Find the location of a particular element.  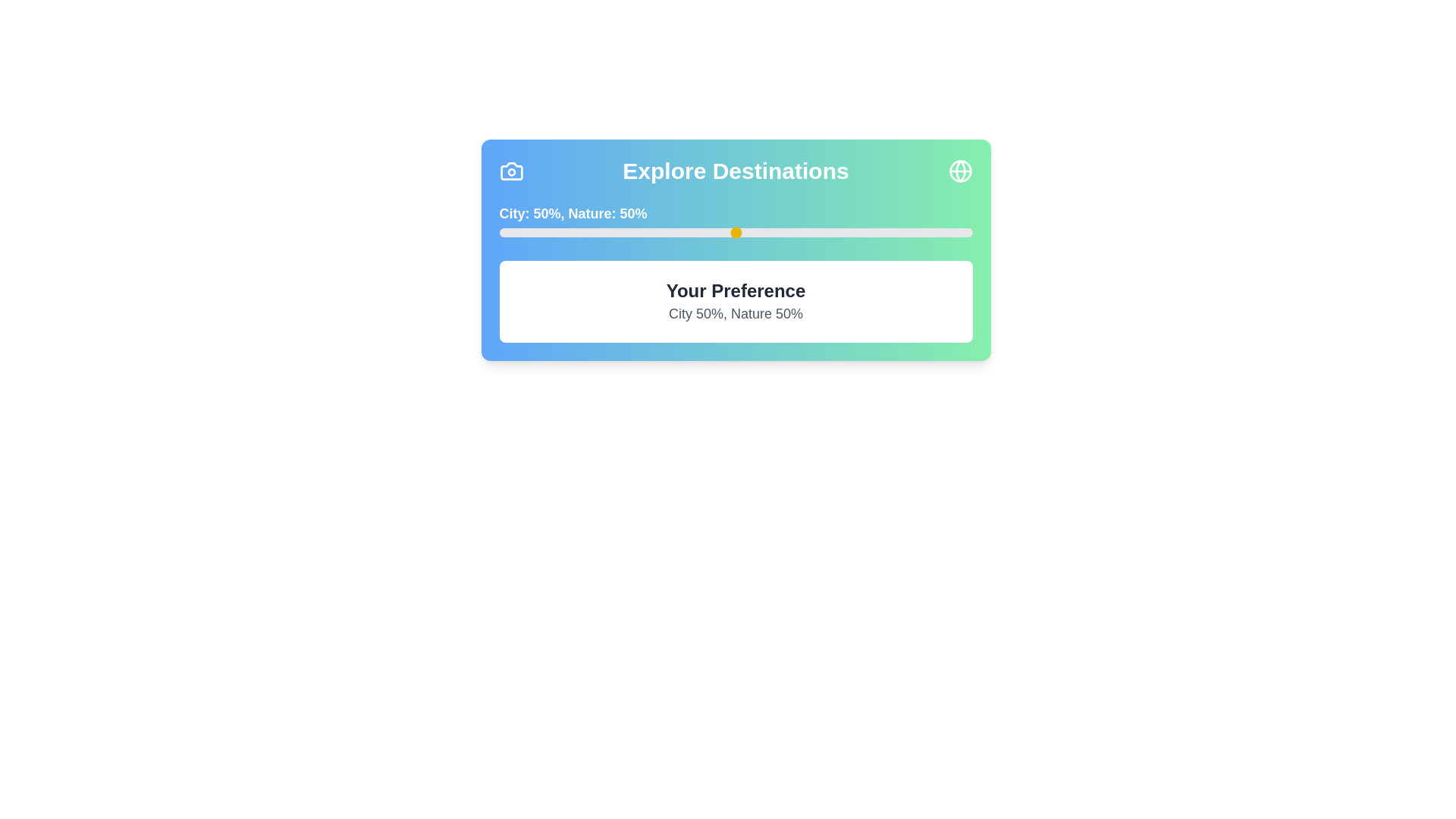

the slider to set the Nature preference to 90% is located at coordinates (924, 233).